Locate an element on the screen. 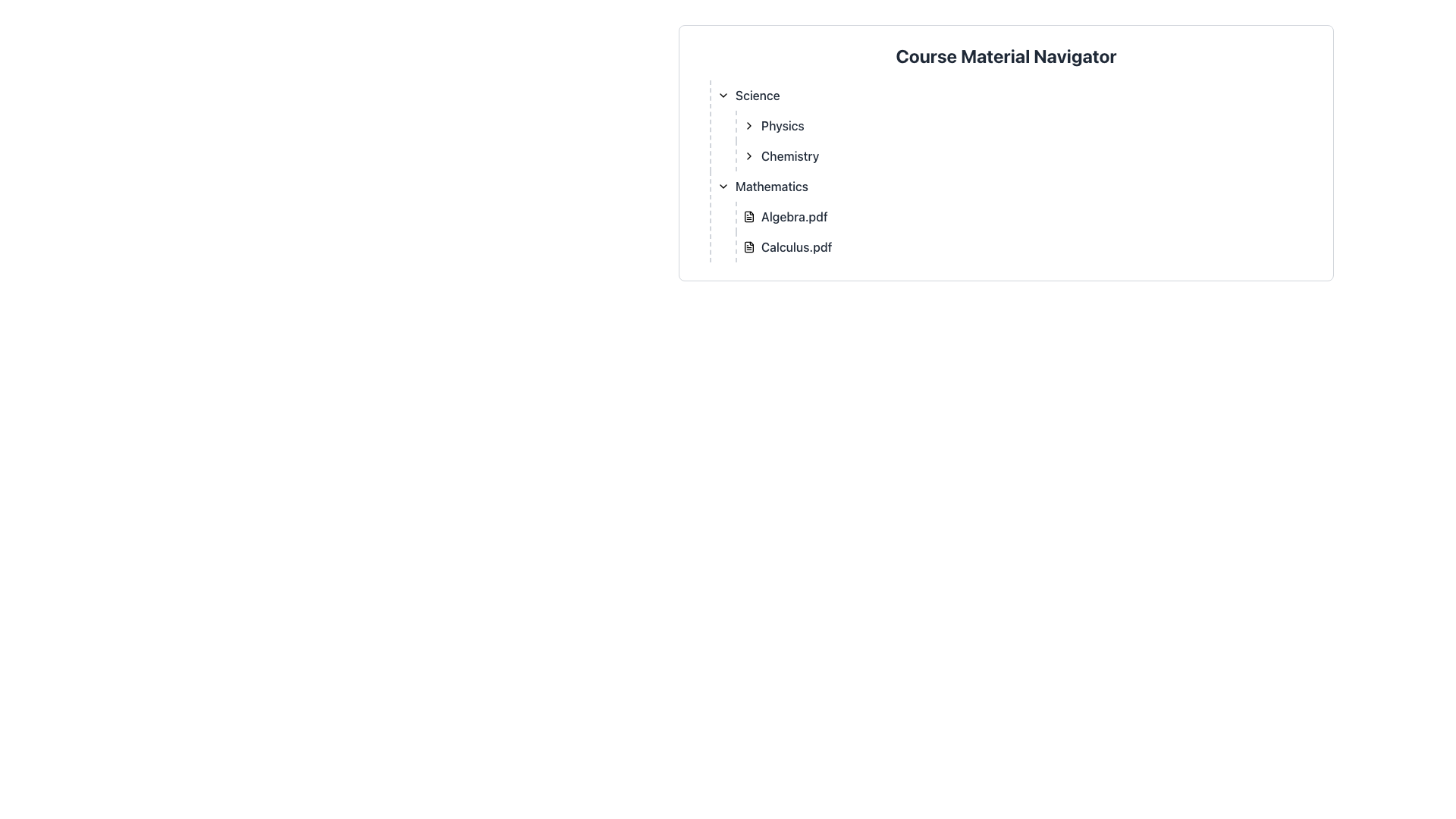 The height and width of the screenshot is (819, 1456). the file icon represented by a rectangular shape with a folded corner, located below the 'Calculus.pdf' text in the 'Mathematics' section is located at coordinates (749, 246).